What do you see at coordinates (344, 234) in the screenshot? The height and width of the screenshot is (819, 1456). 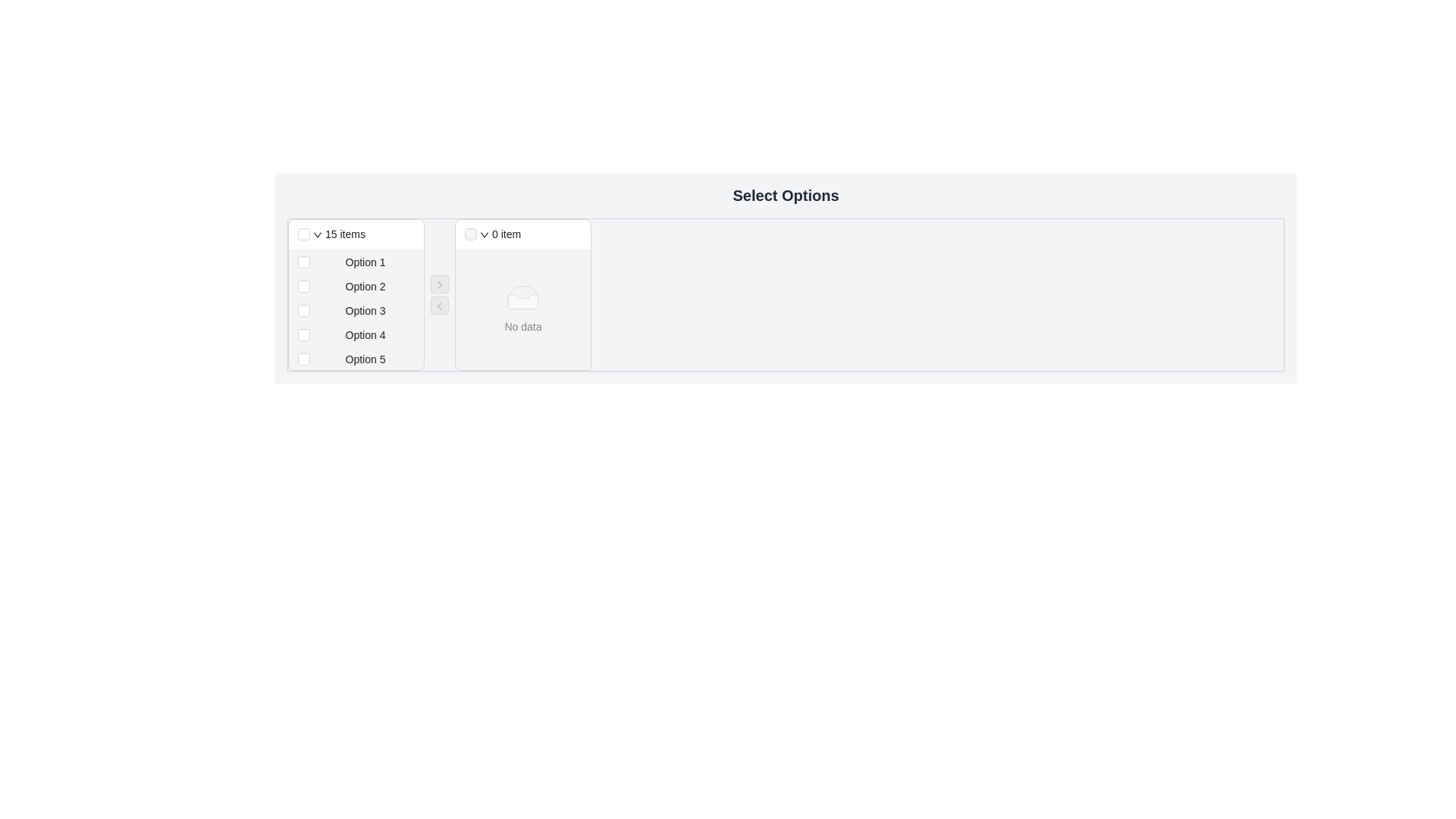 I see `the Static Text Label that indicates the number of selected items in the transfer list, positioned in the header to the right of the checkbox and dropdown icon` at bounding box center [344, 234].